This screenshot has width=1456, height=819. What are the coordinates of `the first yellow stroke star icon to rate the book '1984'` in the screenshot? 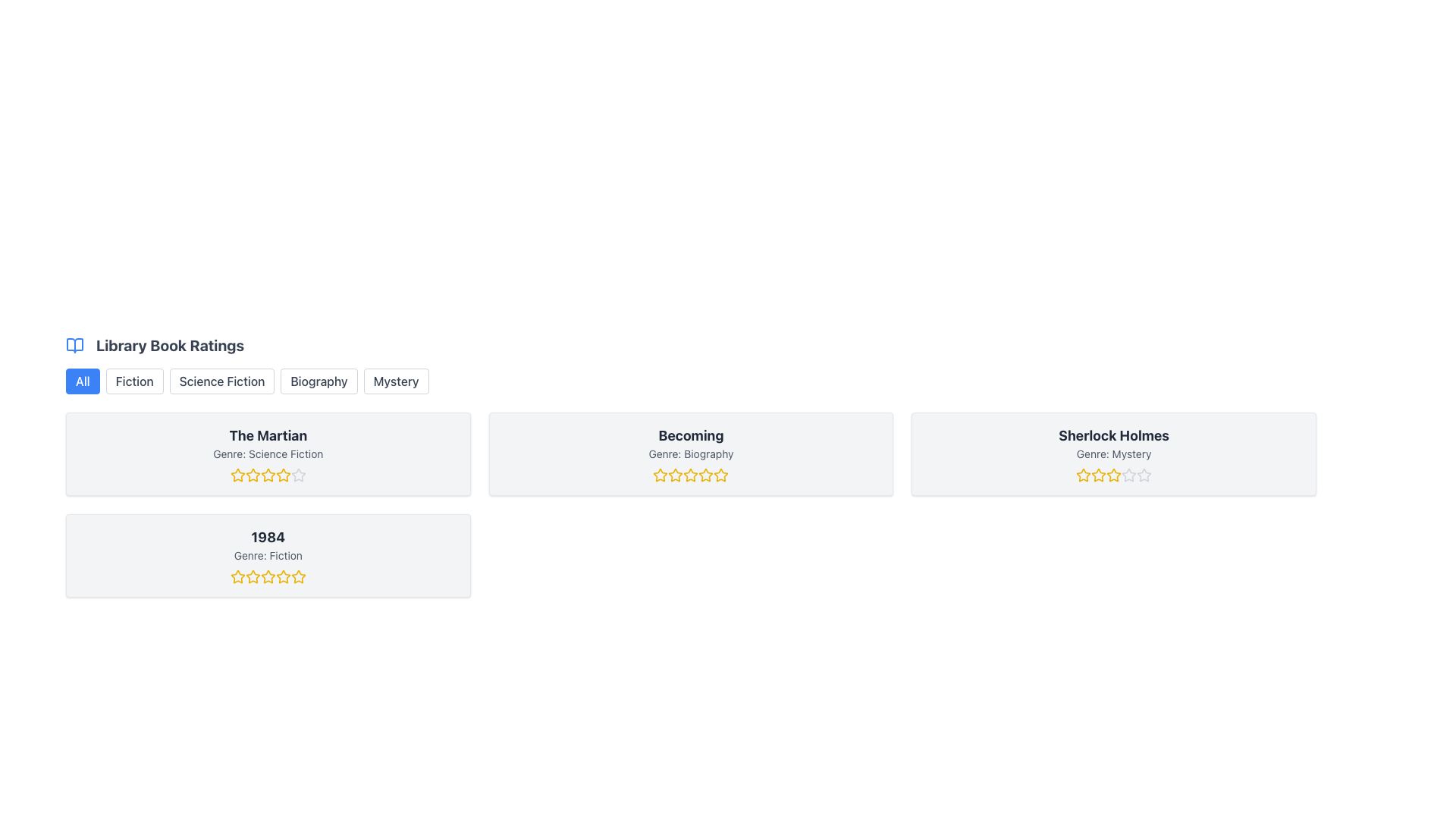 It's located at (237, 576).